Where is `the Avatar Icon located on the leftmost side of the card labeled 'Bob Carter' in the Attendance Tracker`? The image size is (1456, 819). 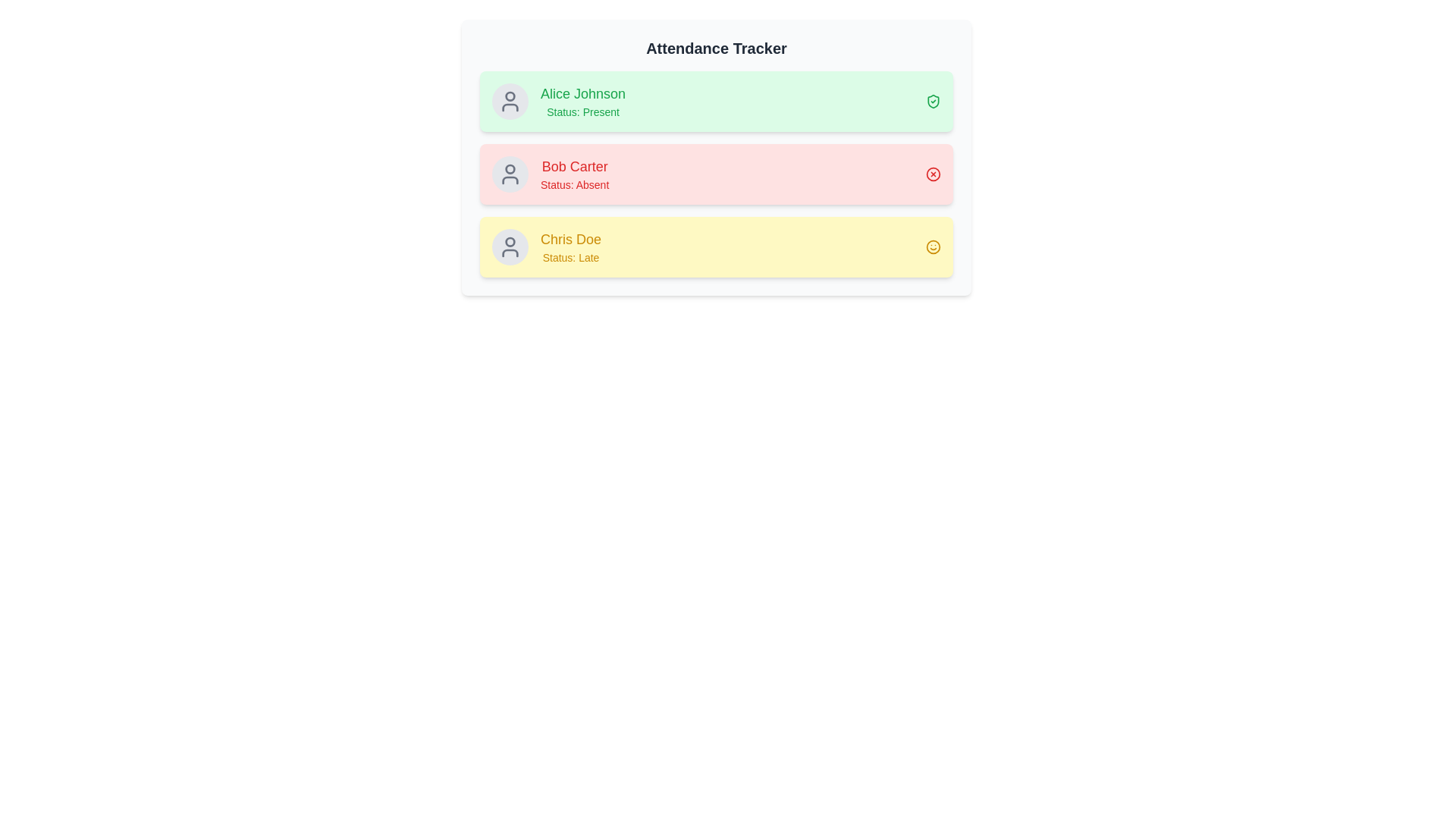 the Avatar Icon located on the leftmost side of the card labeled 'Bob Carter' in the Attendance Tracker is located at coordinates (510, 174).